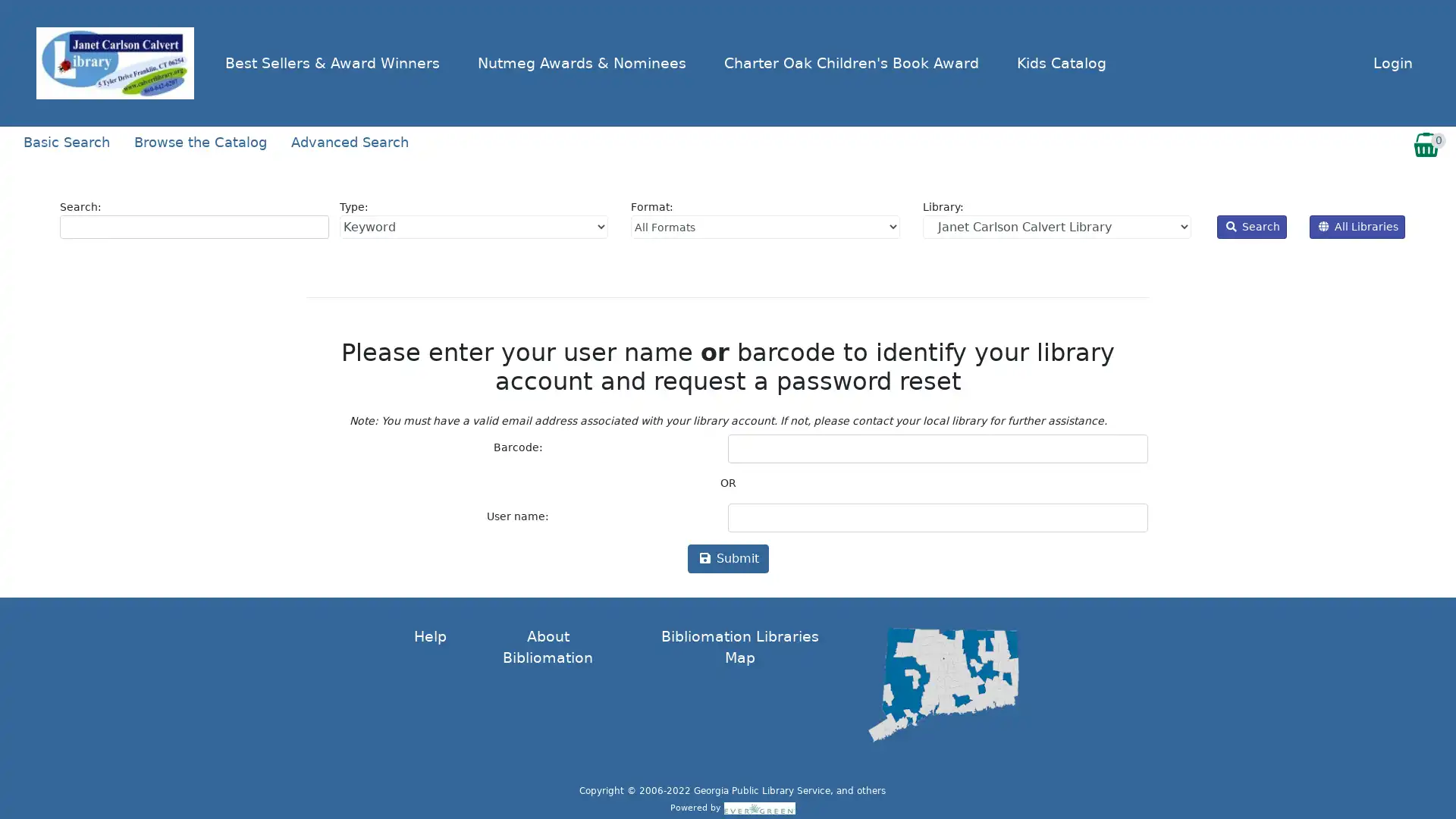 Image resolution: width=1456 pixels, height=819 pixels. What do you see at coordinates (726, 558) in the screenshot?
I see `Submit` at bounding box center [726, 558].